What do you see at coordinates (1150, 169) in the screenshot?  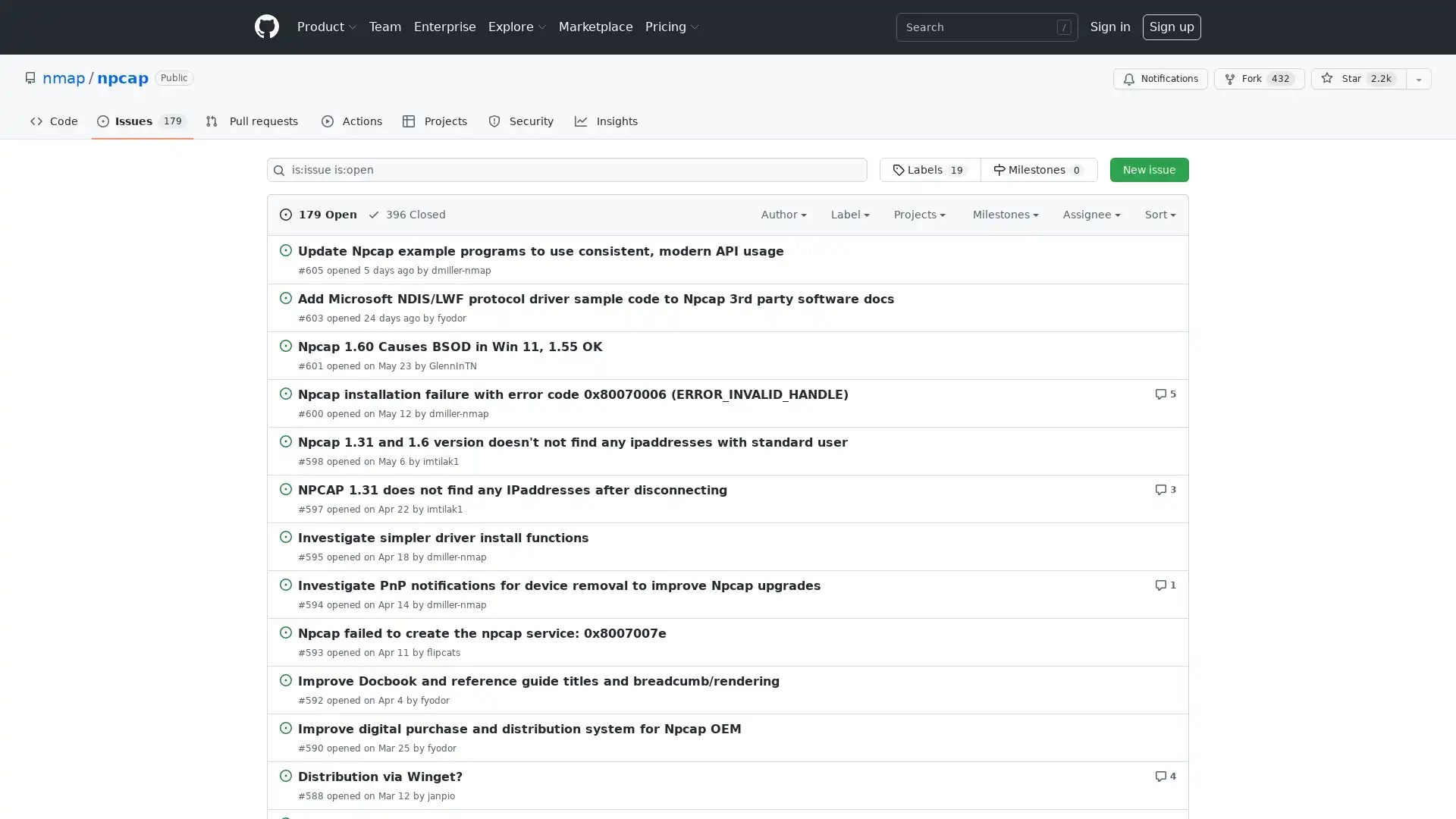 I see `New issue` at bounding box center [1150, 169].